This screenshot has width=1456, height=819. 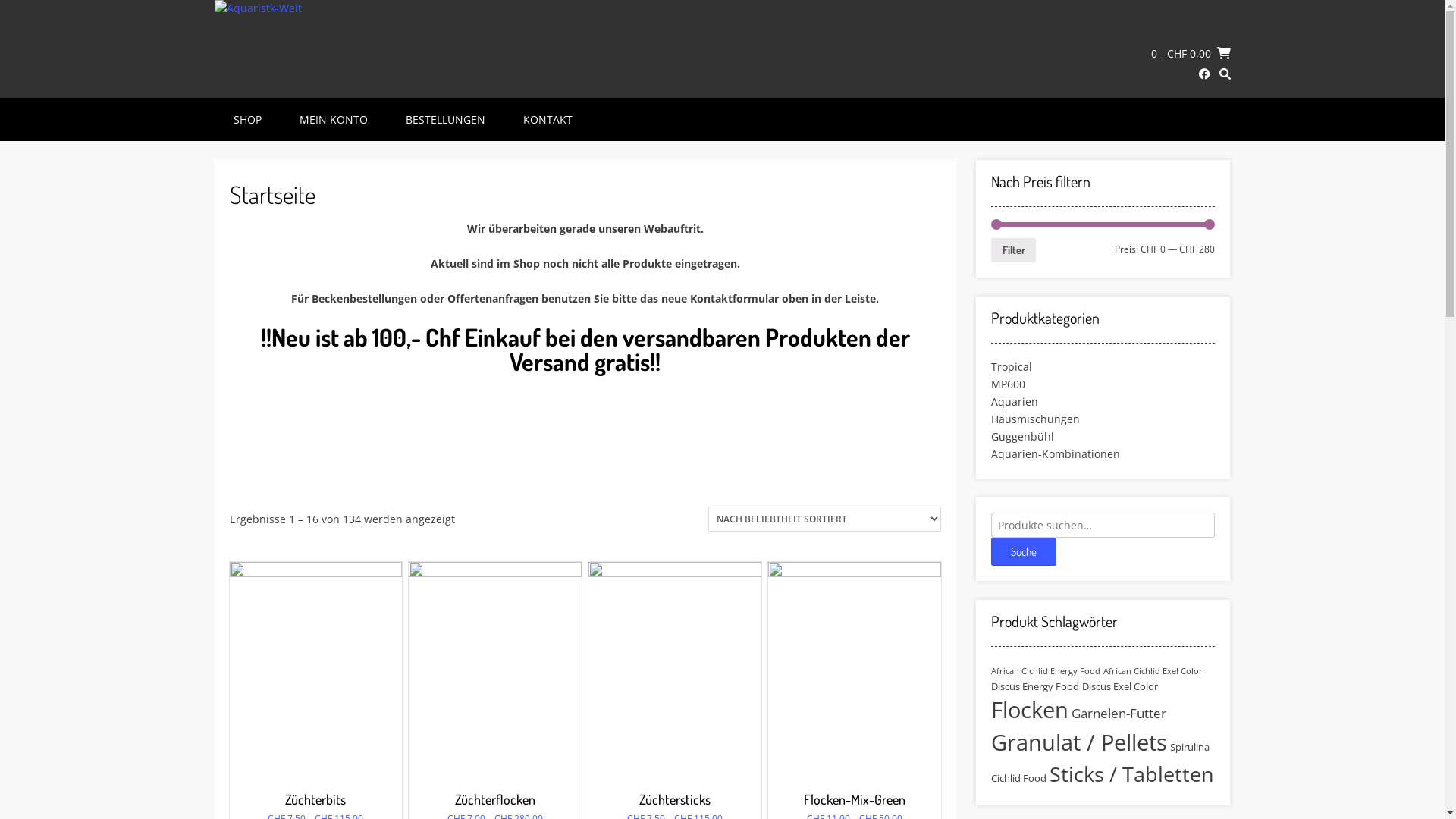 I want to click on 'Aquarien', so click(x=1015, y=400).